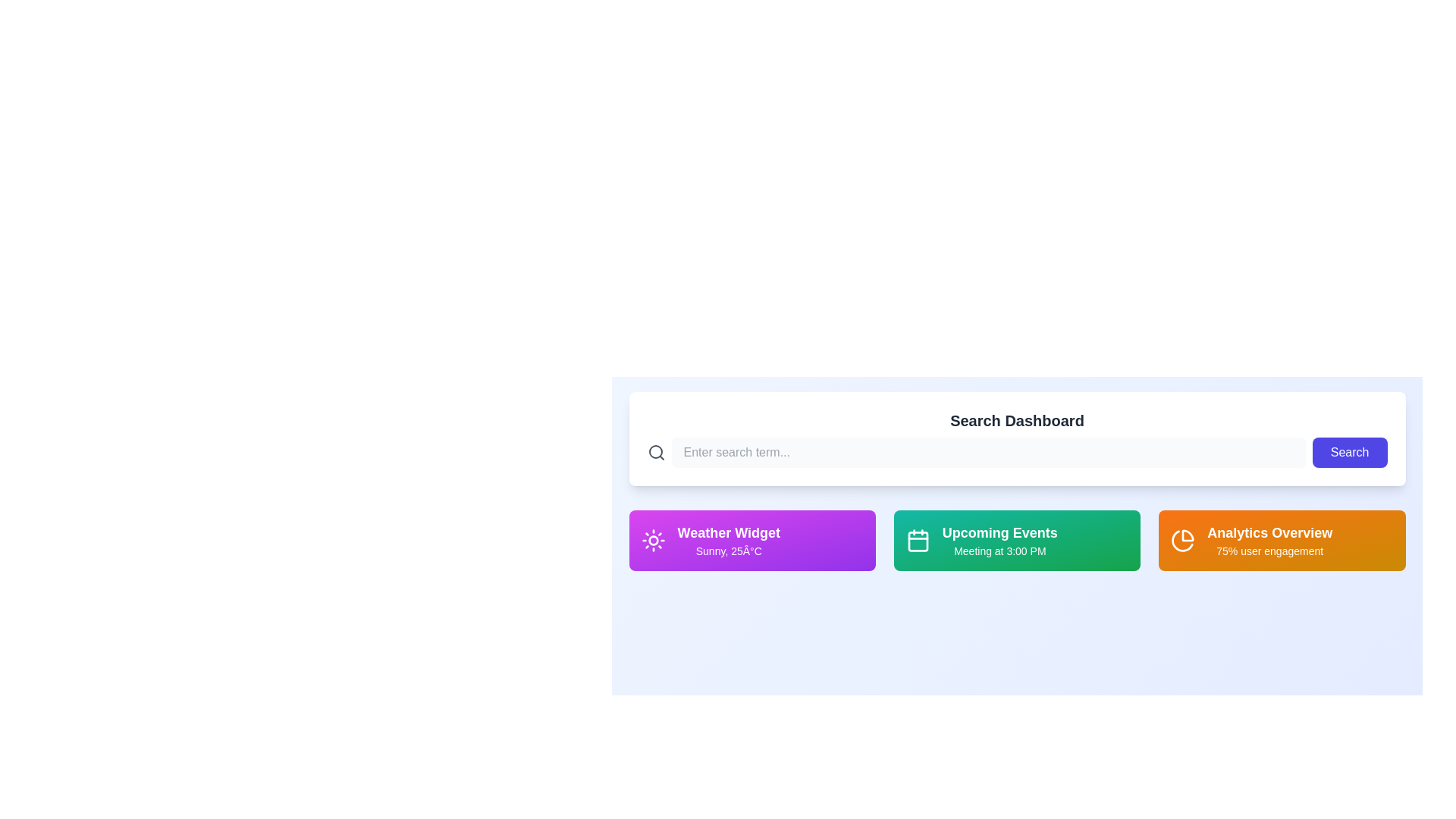 This screenshot has height=819, width=1456. Describe the element at coordinates (1269, 551) in the screenshot. I see `the text label displaying '75% user engagement' located below the bolded title 'Analytics Overview' within the orange card component` at that location.